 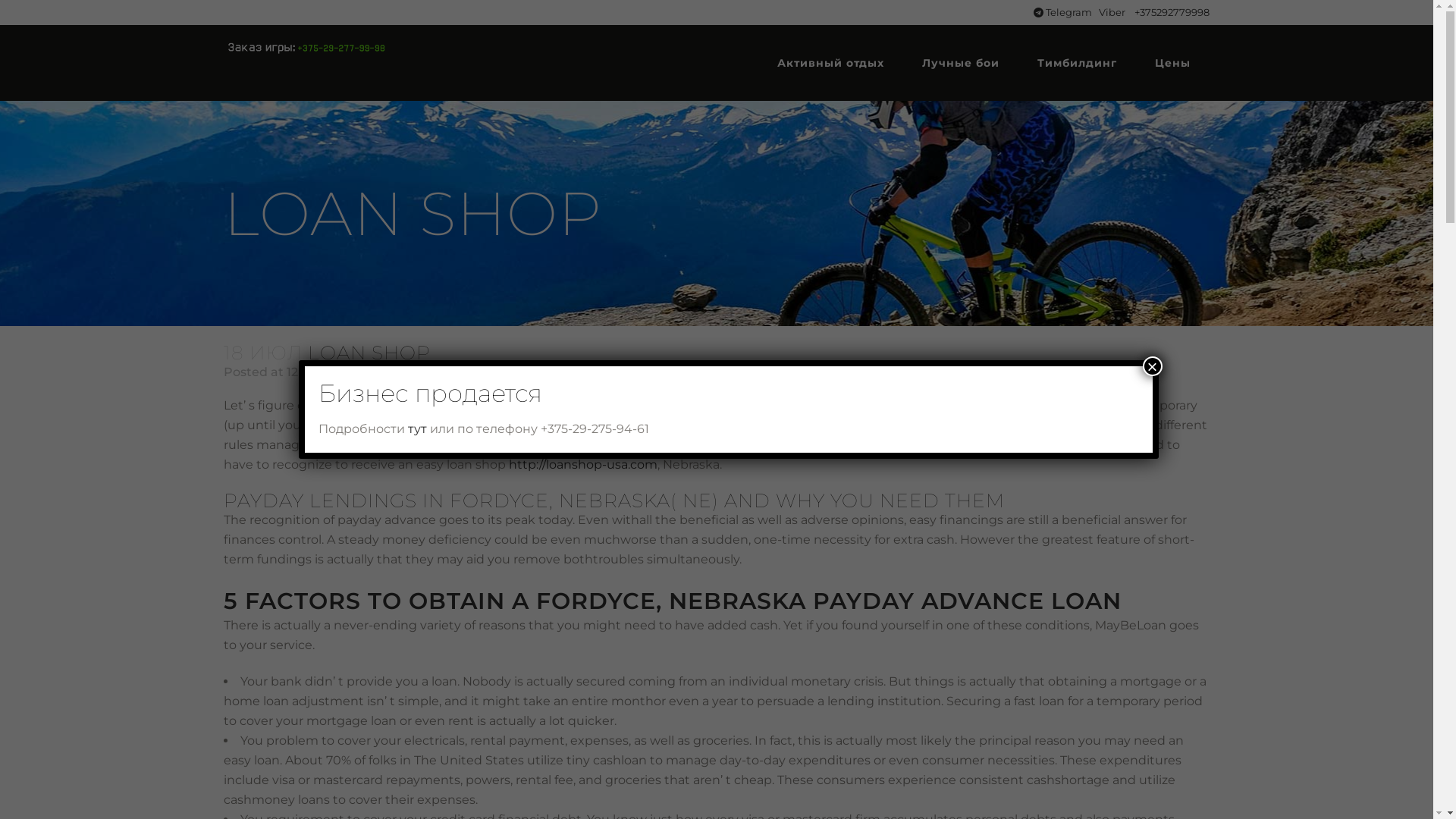 I want to click on 'Viber', so click(x=1113, y=11).